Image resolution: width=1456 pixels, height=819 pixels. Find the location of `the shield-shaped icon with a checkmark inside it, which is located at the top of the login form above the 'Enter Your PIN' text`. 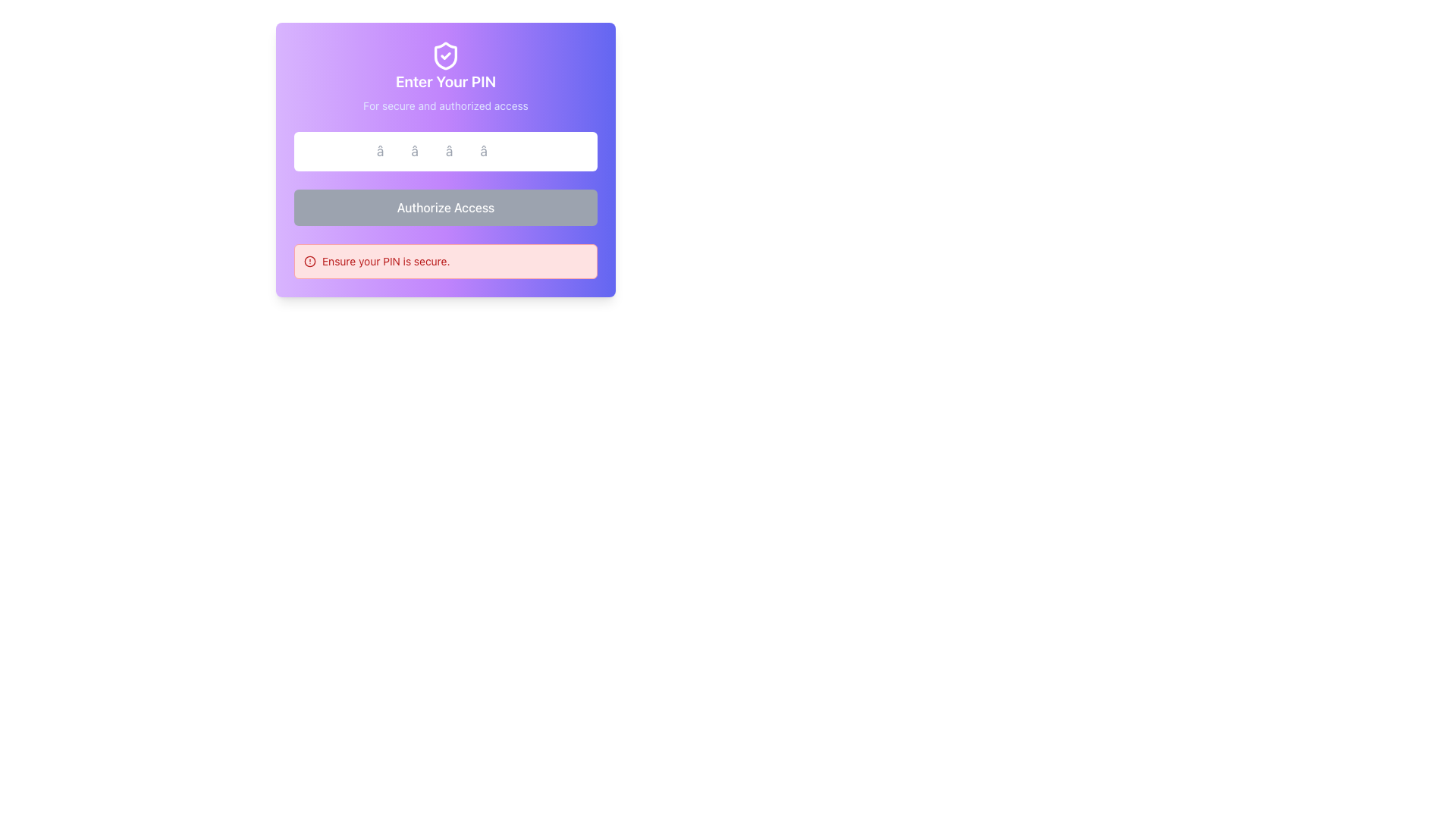

the shield-shaped icon with a checkmark inside it, which is located at the top of the login form above the 'Enter Your PIN' text is located at coordinates (445, 55).